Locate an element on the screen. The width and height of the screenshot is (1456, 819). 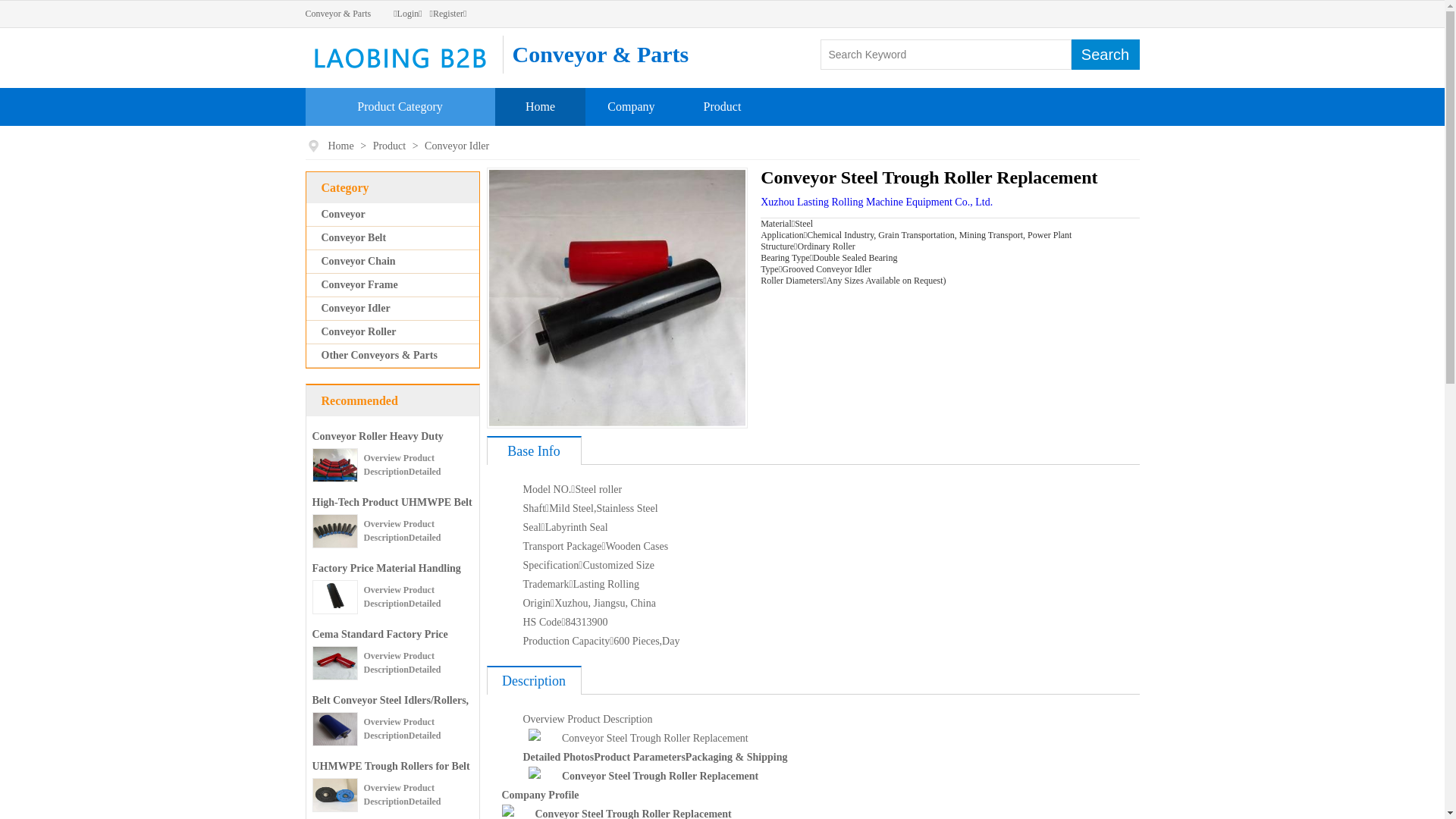
'Conveyor Belt' is located at coordinates (353, 237).